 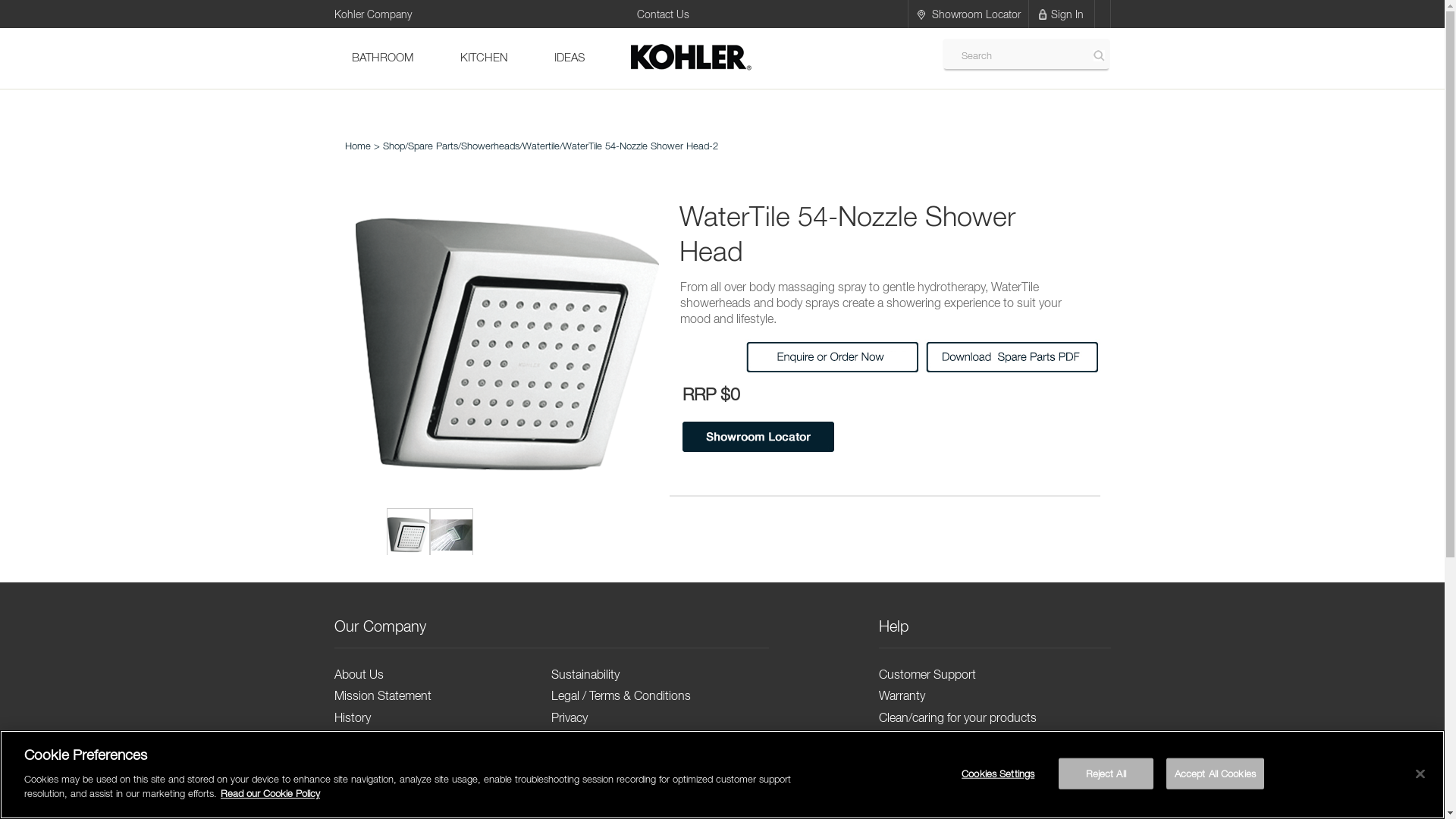 I want to click on 'Cookies Settings', so click(x=998, y=773).